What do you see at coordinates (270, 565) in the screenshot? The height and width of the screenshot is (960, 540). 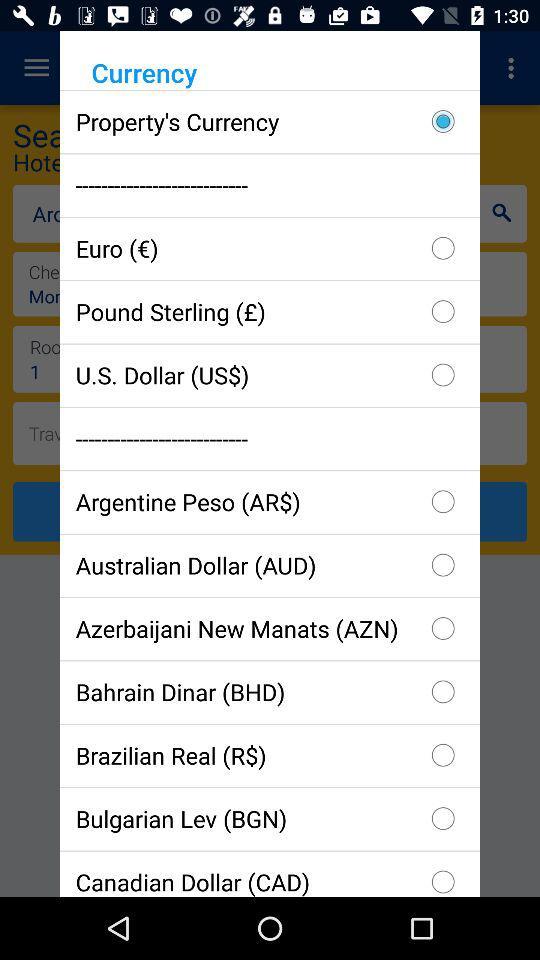 I see `item below the argentine peso (ar$) checkbox` at bounding box center [270, 565].